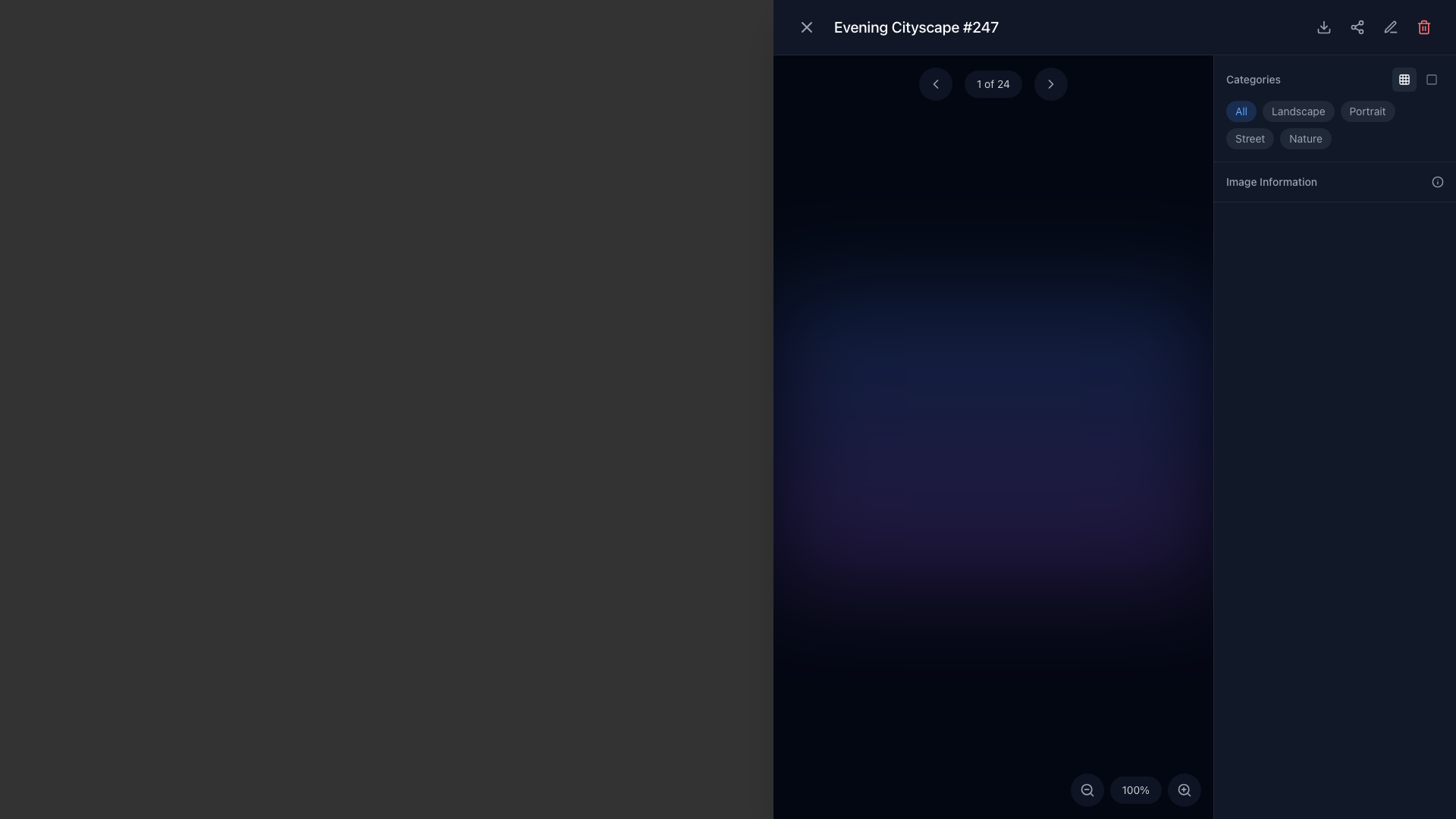 This screenshot has width=1456, height=819. What do you see at coordinates (1183, 789) in the screenshot?
I see `the circular SVG element that is part of the zoom-in icon, located at the bottom-right corner of the interface` at bounding box center [1183, 789].